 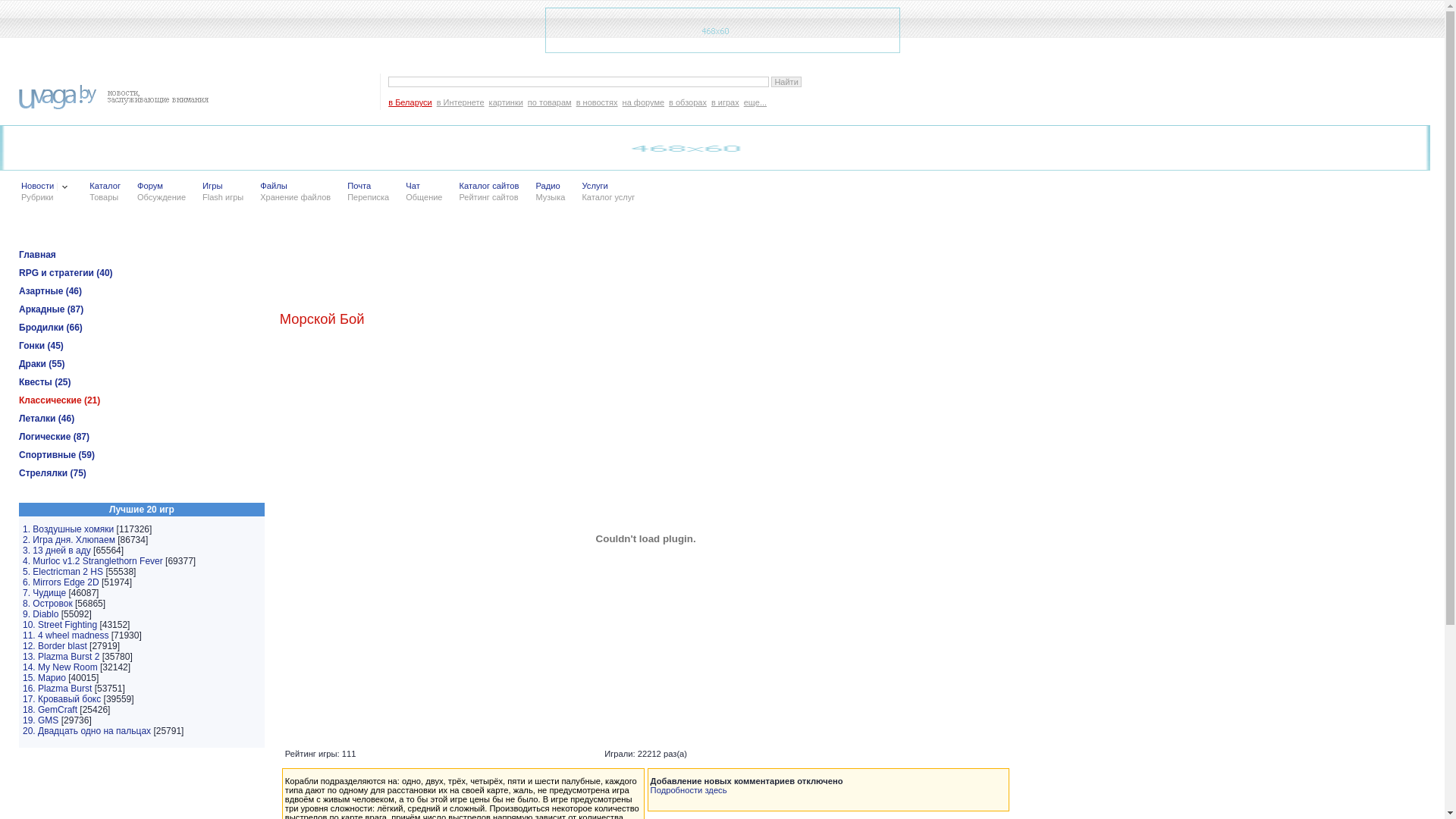 What do you see at coordinates (61, 571) in the screenshot?
I see `'5. Electricman 2 HS'` at bounding box center [61, 571].